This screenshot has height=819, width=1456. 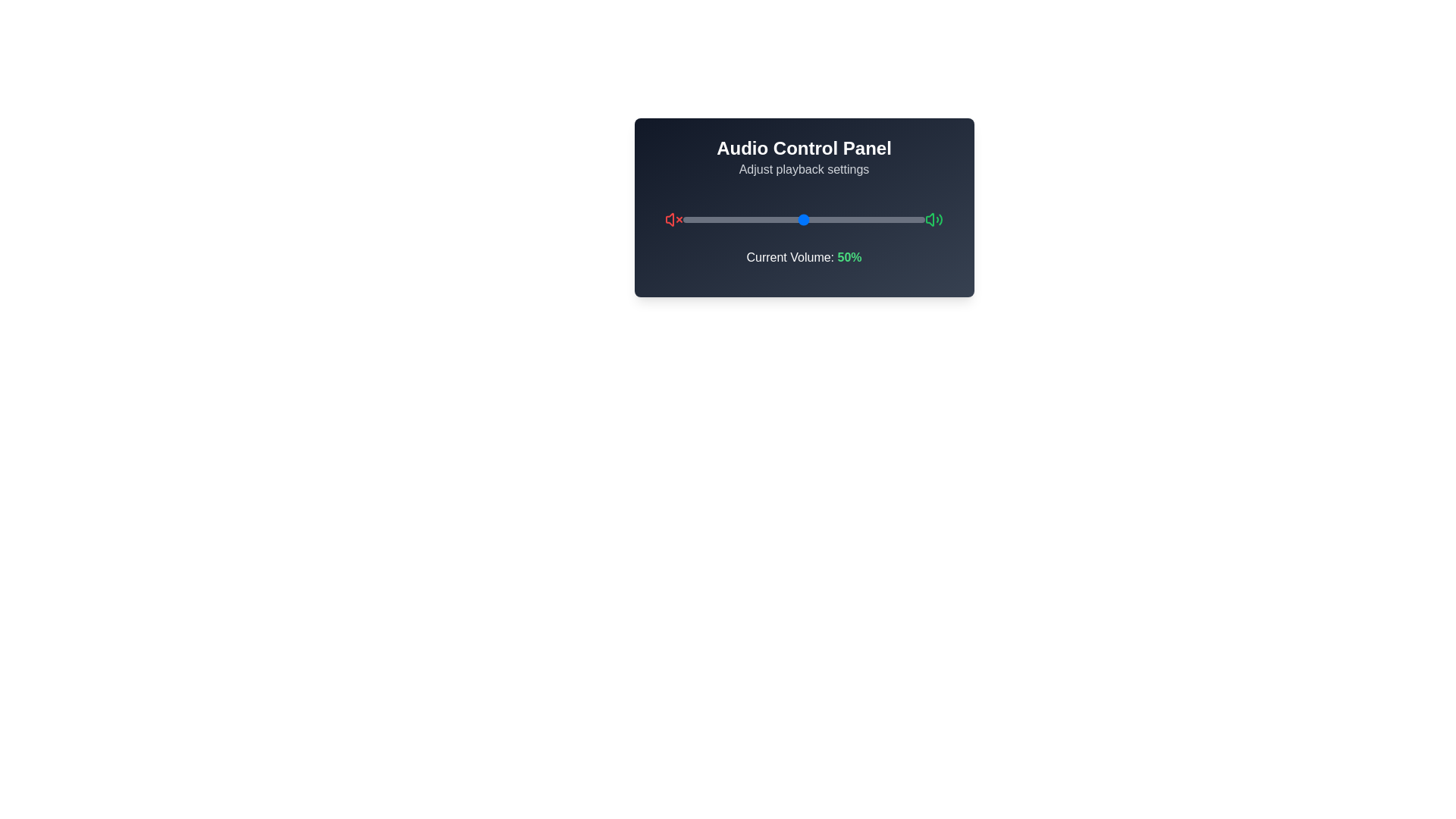 I want to click on the volume slider to set the volume to 45%, so click(x=791, y=219).